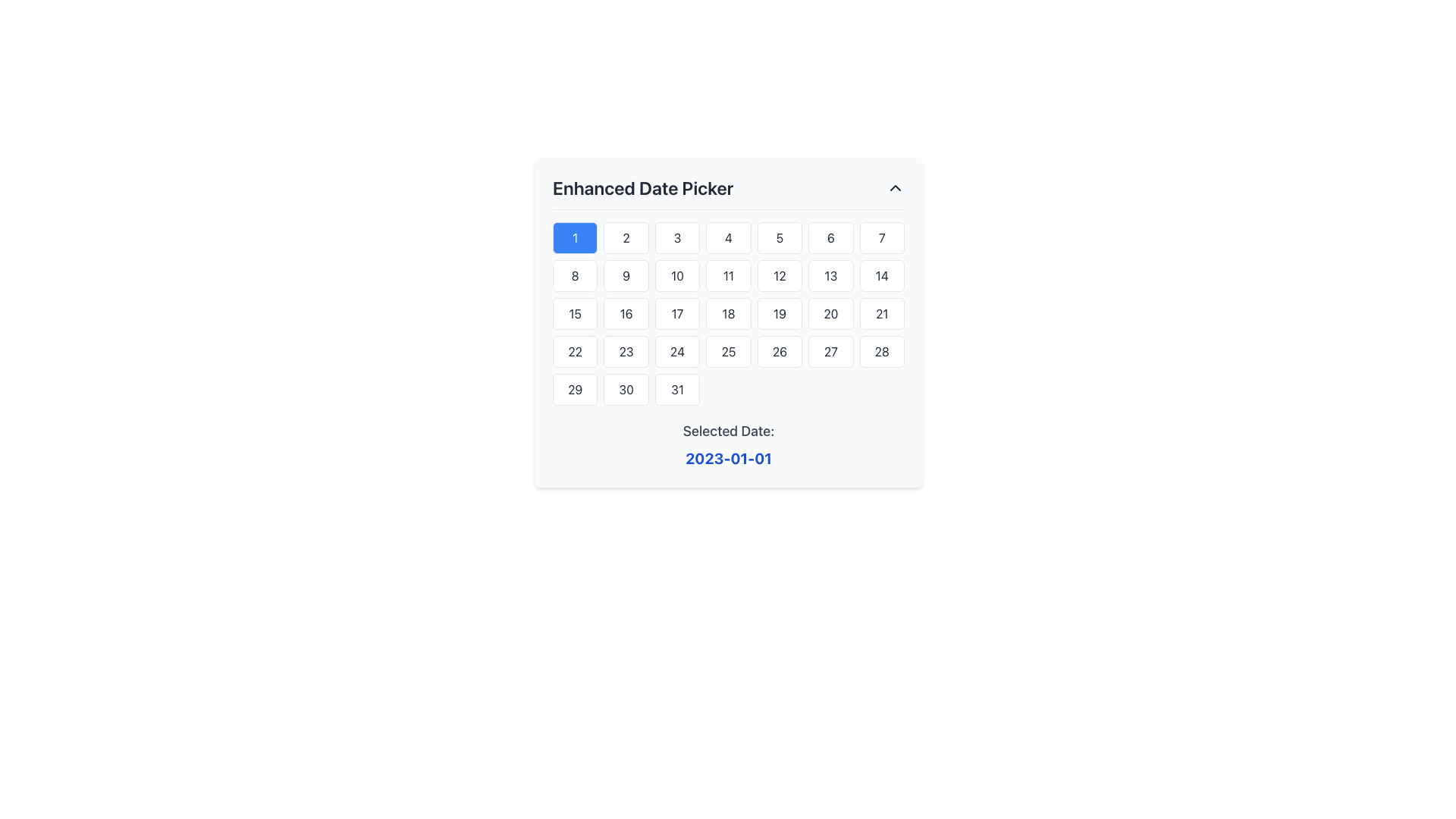 This screenshot has width=1456, height=819. What do you see at coordinates (728, 275) in the screenshot?
I see `the button labeled '11' in the date picker interface` at bounding box center [728, 275].